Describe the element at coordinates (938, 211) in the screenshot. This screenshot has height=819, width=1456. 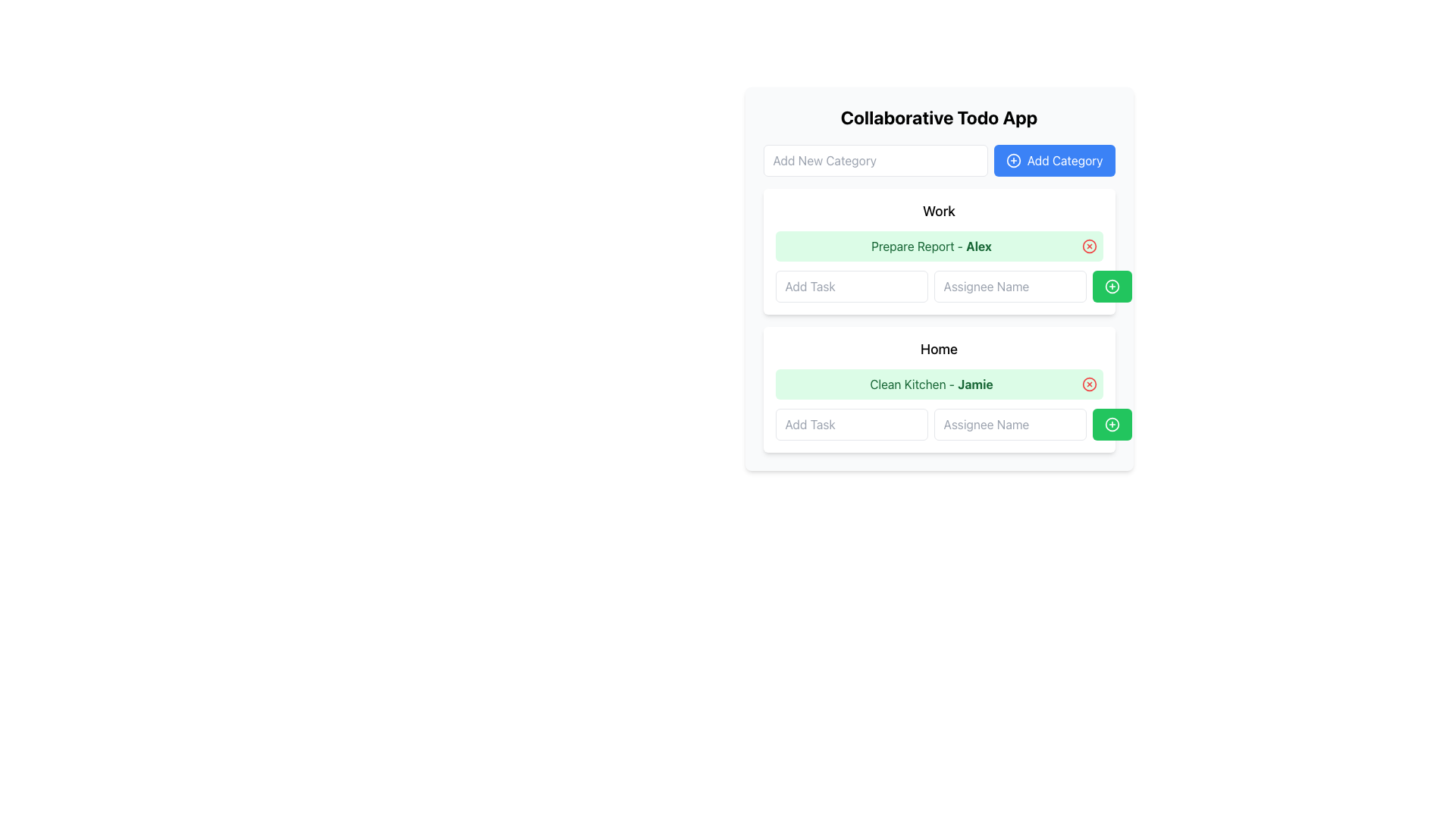
I see `the 'Work' text label, which is prominently displayed in a bold medium-large font within a card-like region, positioned above the 'Prepare Report - Alex' description` at that location.